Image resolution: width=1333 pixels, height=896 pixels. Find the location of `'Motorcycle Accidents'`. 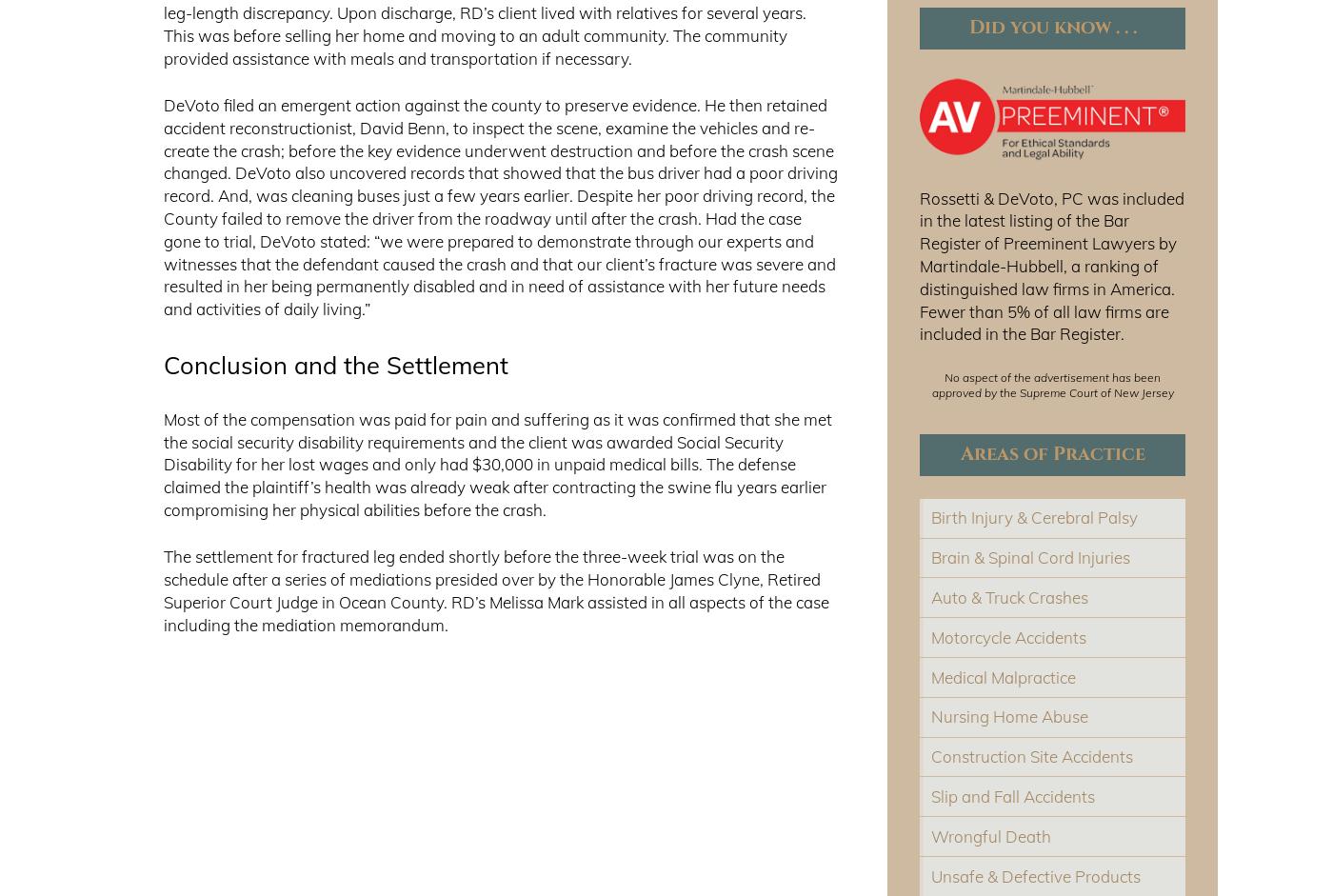

'Motorcycle Accidents' is located at coordinates (1008, 635).